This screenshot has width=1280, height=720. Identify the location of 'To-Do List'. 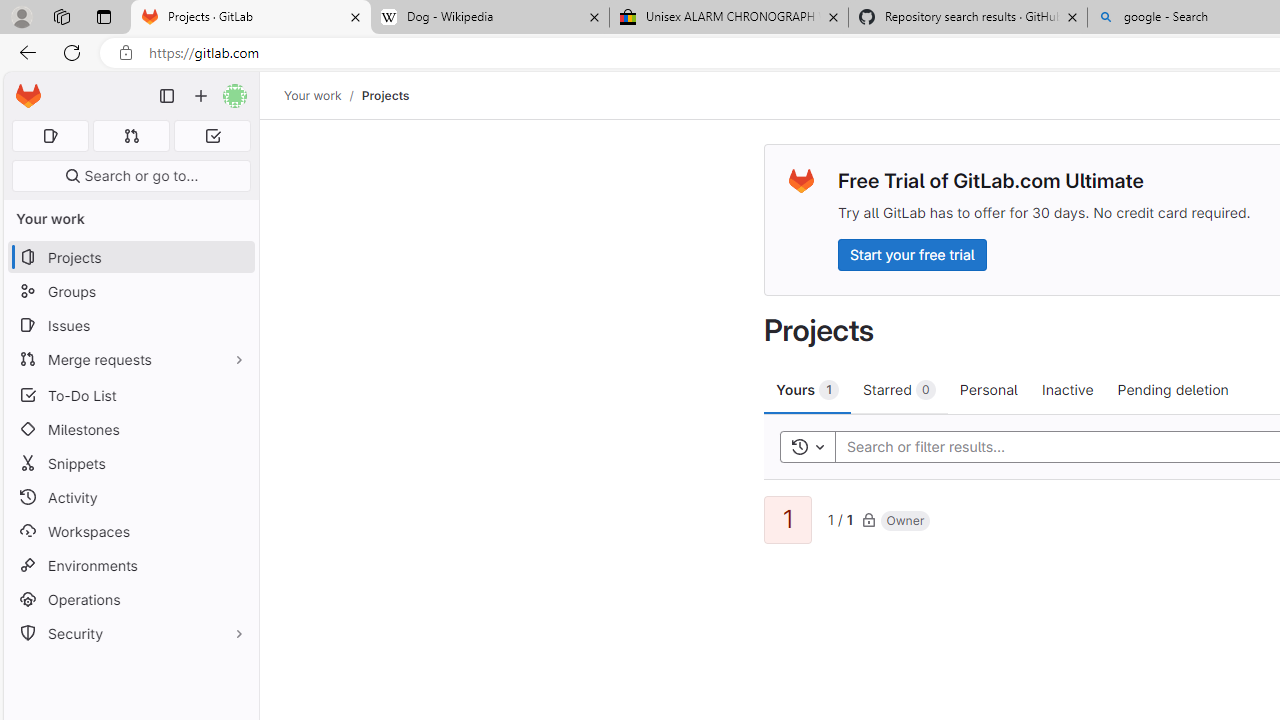
(130, 395).